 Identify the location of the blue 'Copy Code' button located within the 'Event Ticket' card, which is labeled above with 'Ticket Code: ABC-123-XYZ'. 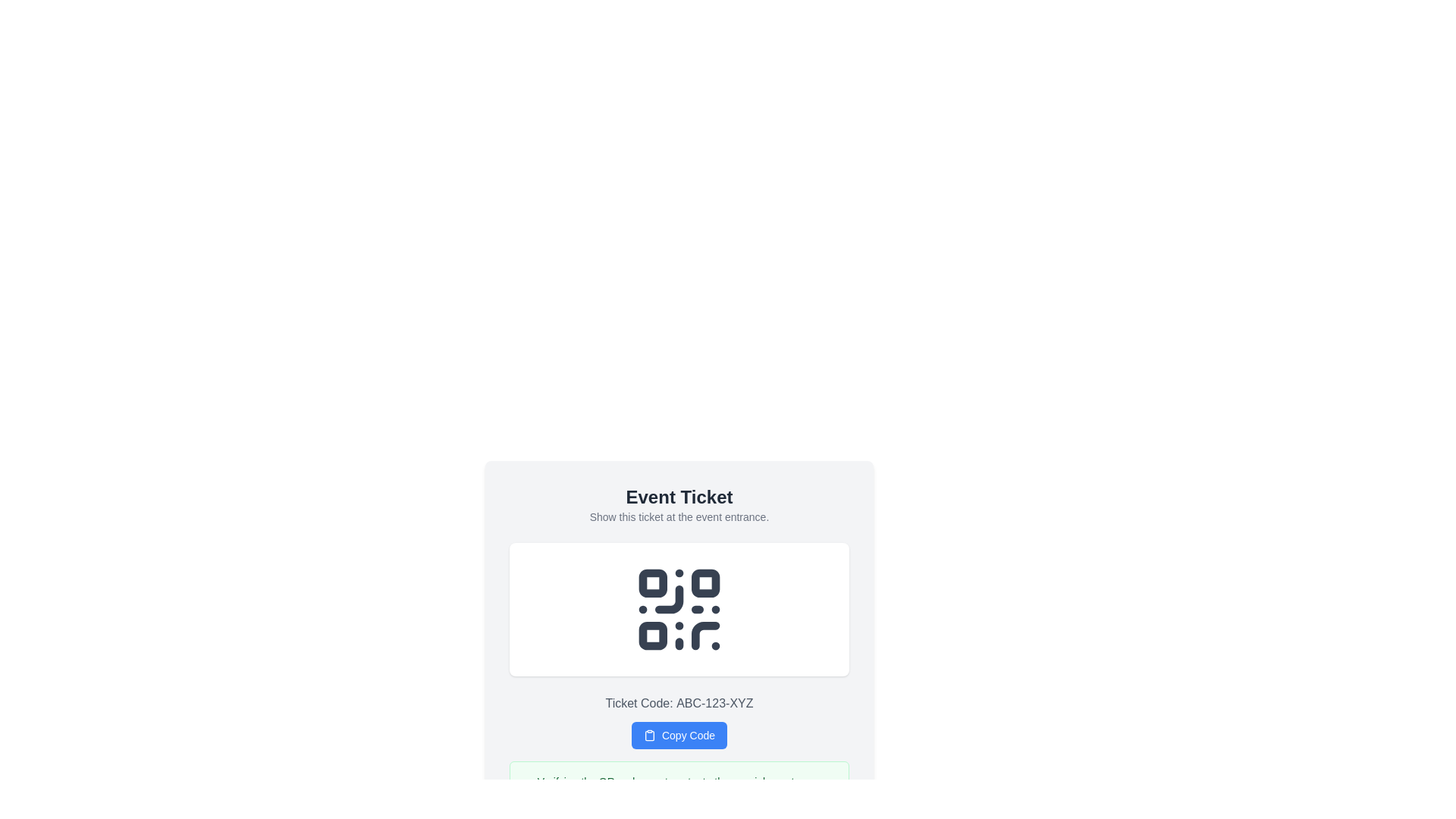
(679, 721).